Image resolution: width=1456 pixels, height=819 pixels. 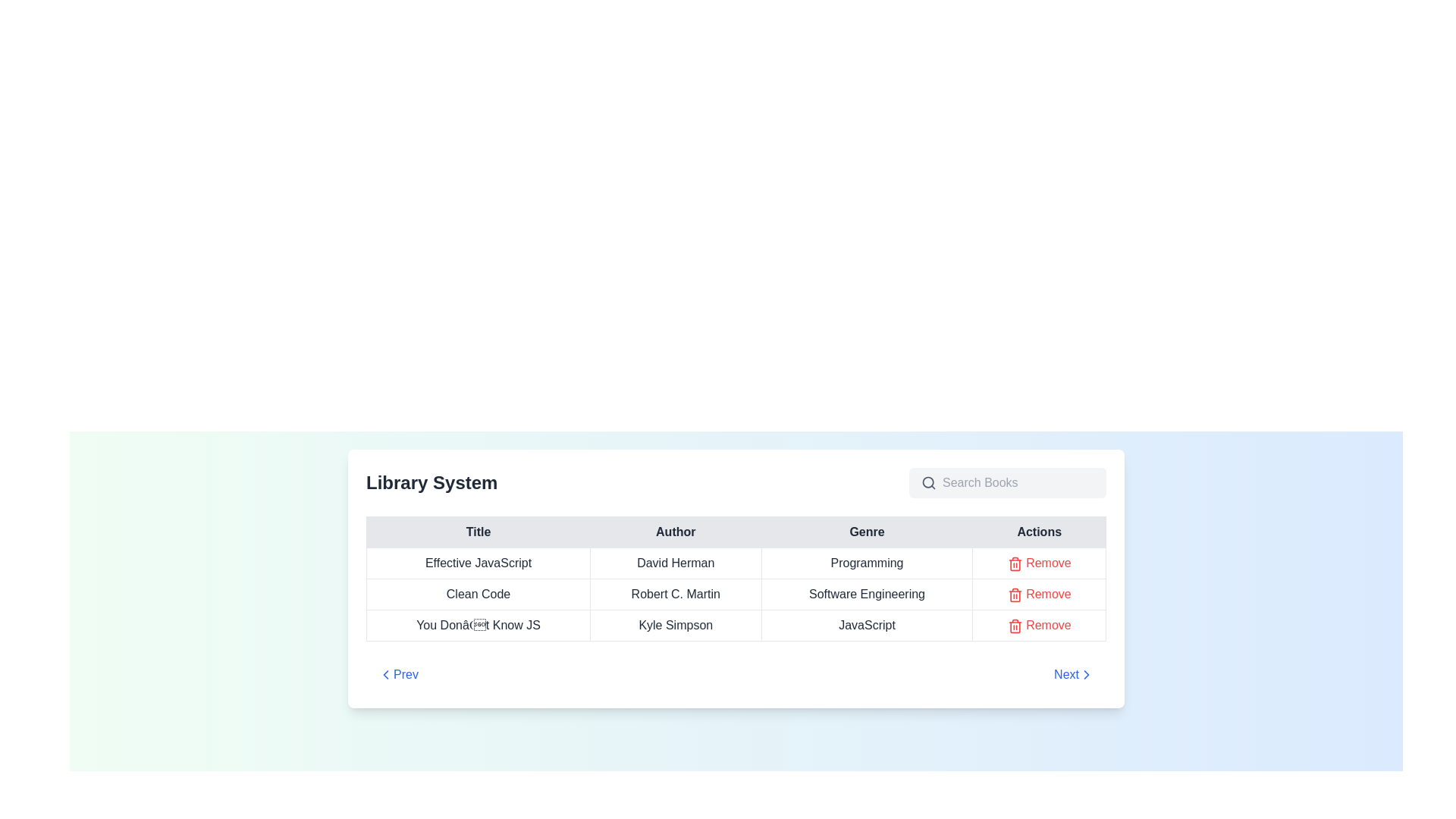 What do you see at coordinates (1015, 563) in the screenshot?
I see `the red trash can icon located in the 'Actions' column next to the 'Remove' text to invoke the delete action` at bounding box center [1015, 563].